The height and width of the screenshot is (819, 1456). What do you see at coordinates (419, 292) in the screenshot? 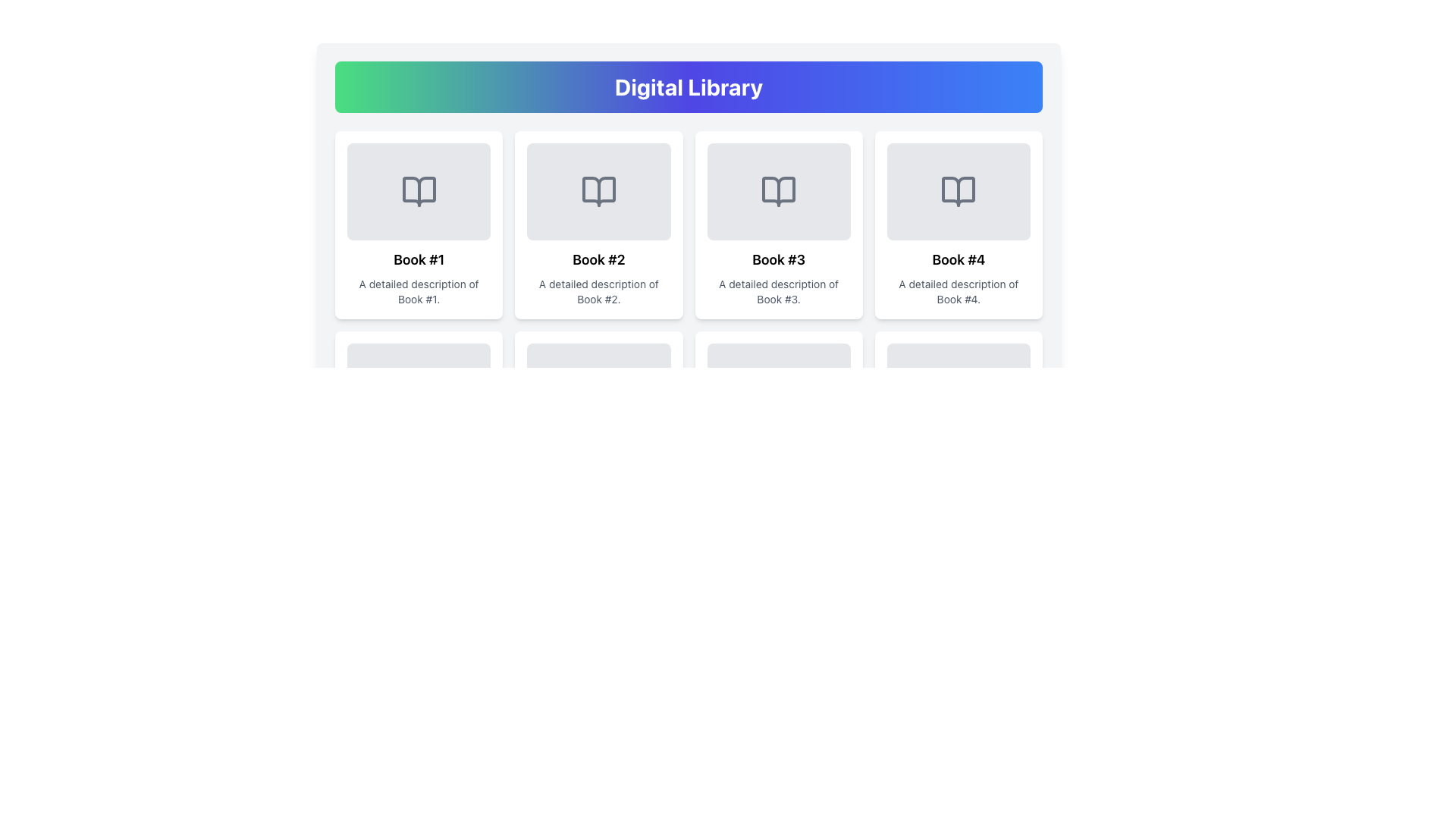
I see `text label that contains 'A detailed description of Book #1.' located below the heading 'Book #1'` at bounding box center [419, 292].